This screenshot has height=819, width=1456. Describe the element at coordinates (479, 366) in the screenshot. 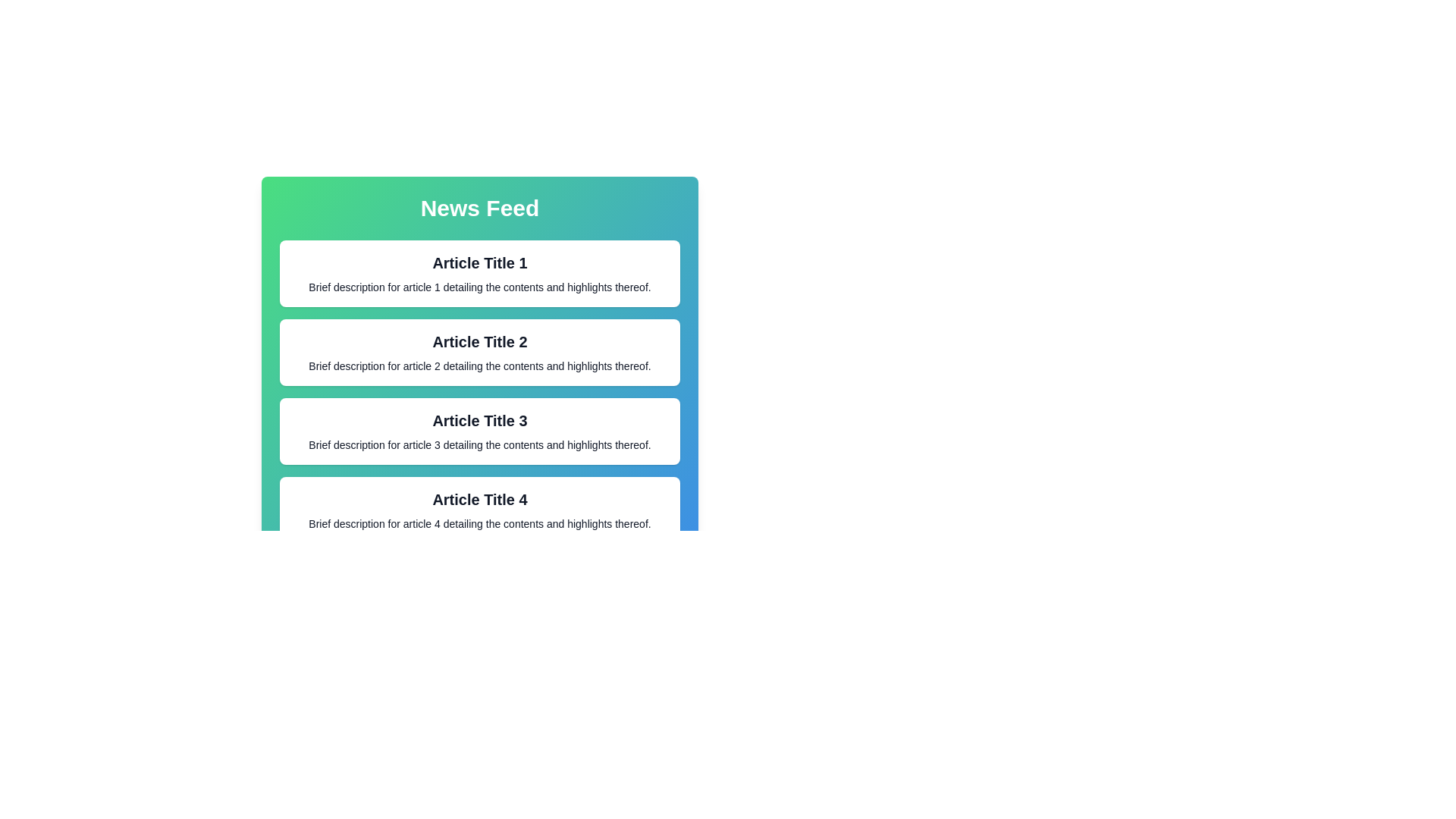

I see `the descriptive text element located under 'Article Title 2' in the News Feed section, which provides additional information about the article` at that location.